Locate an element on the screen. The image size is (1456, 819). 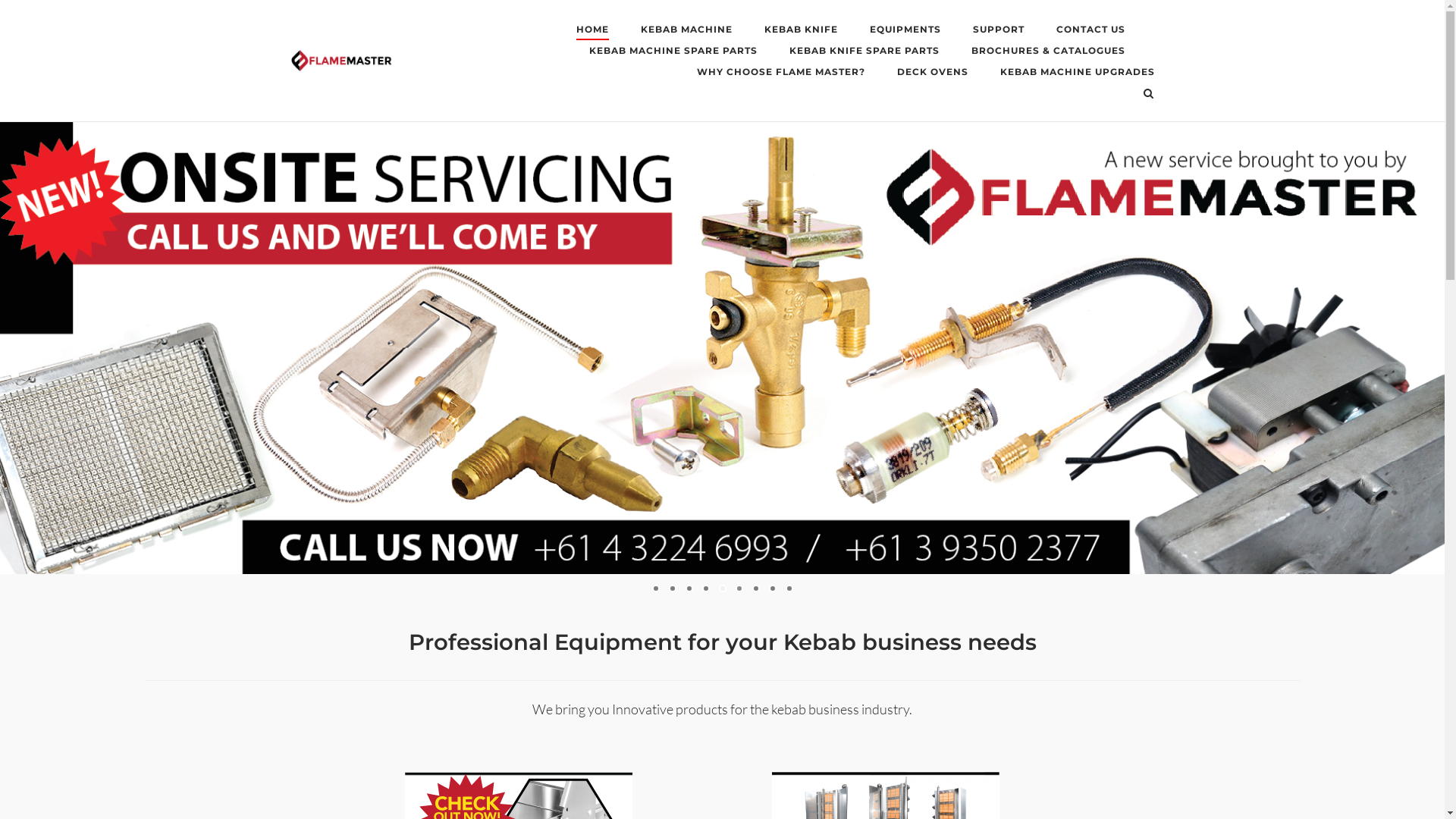
'SUPPORT' is located at coordinates (997, 32).